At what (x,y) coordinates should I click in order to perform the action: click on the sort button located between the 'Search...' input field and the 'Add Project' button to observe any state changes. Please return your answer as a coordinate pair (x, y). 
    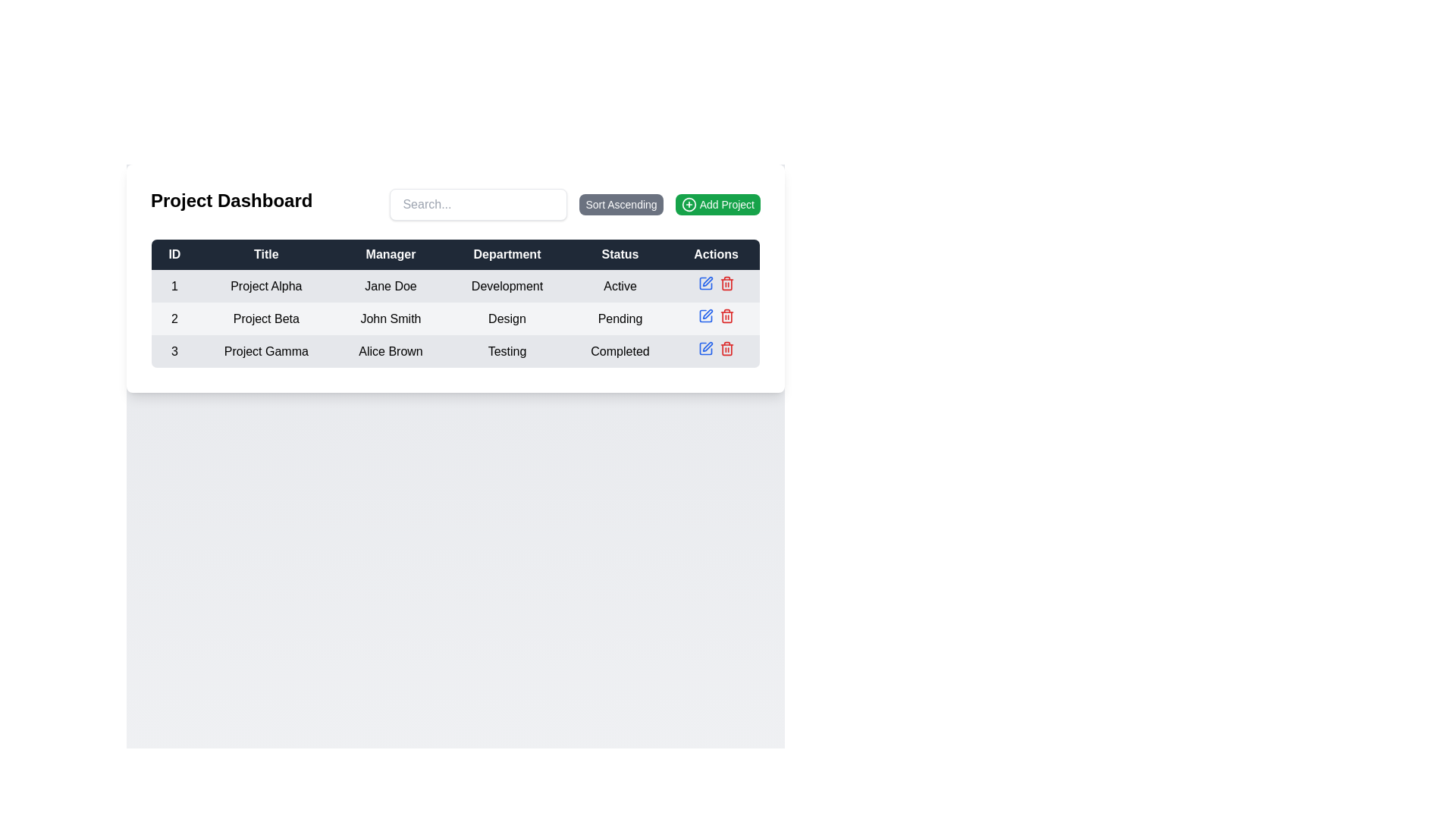
    Looking at the image, I should click on (621, 205).